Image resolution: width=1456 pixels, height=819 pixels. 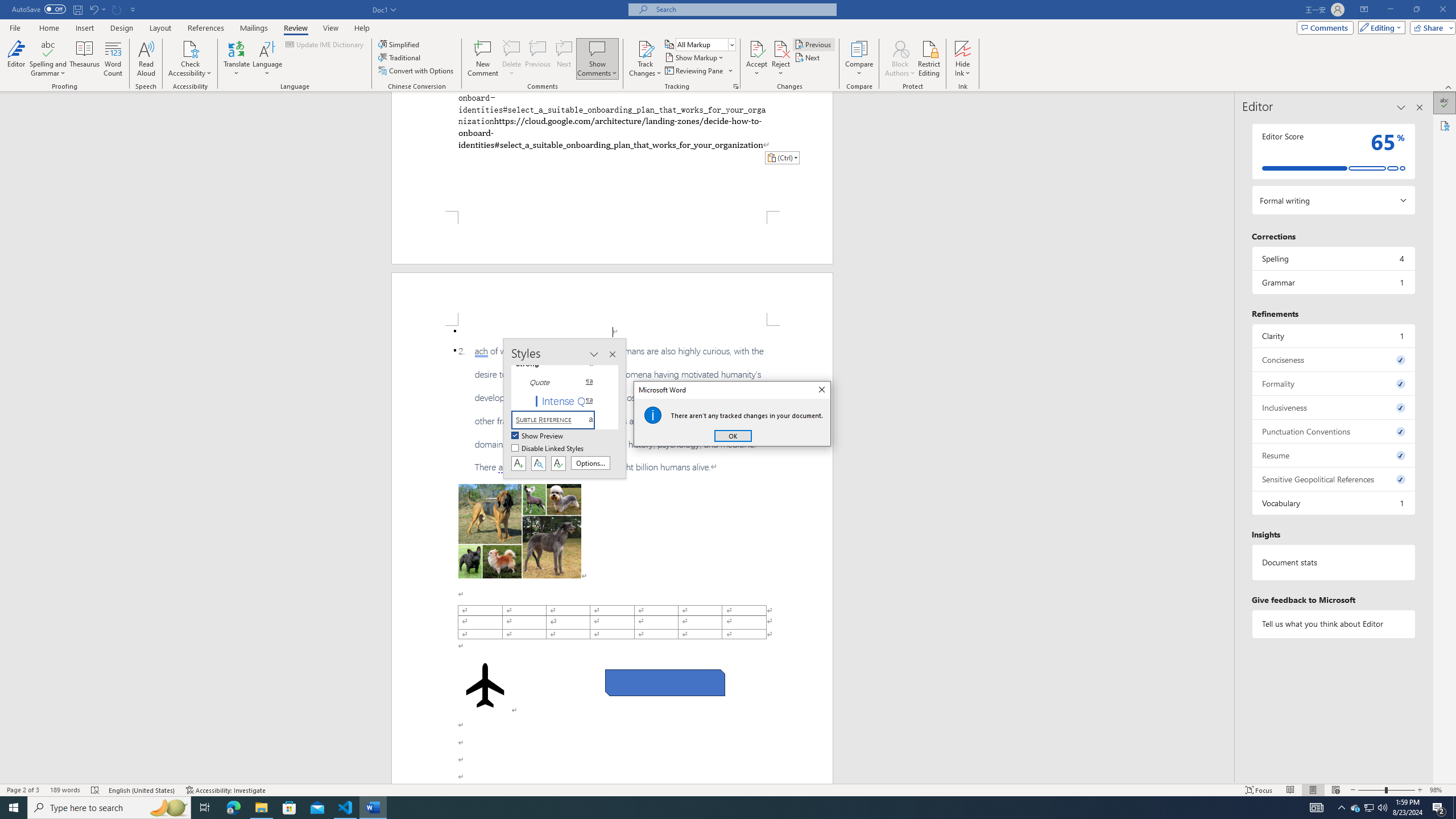 I want to click on 'Action: Paste alternatives', so click(x=781, y=157).